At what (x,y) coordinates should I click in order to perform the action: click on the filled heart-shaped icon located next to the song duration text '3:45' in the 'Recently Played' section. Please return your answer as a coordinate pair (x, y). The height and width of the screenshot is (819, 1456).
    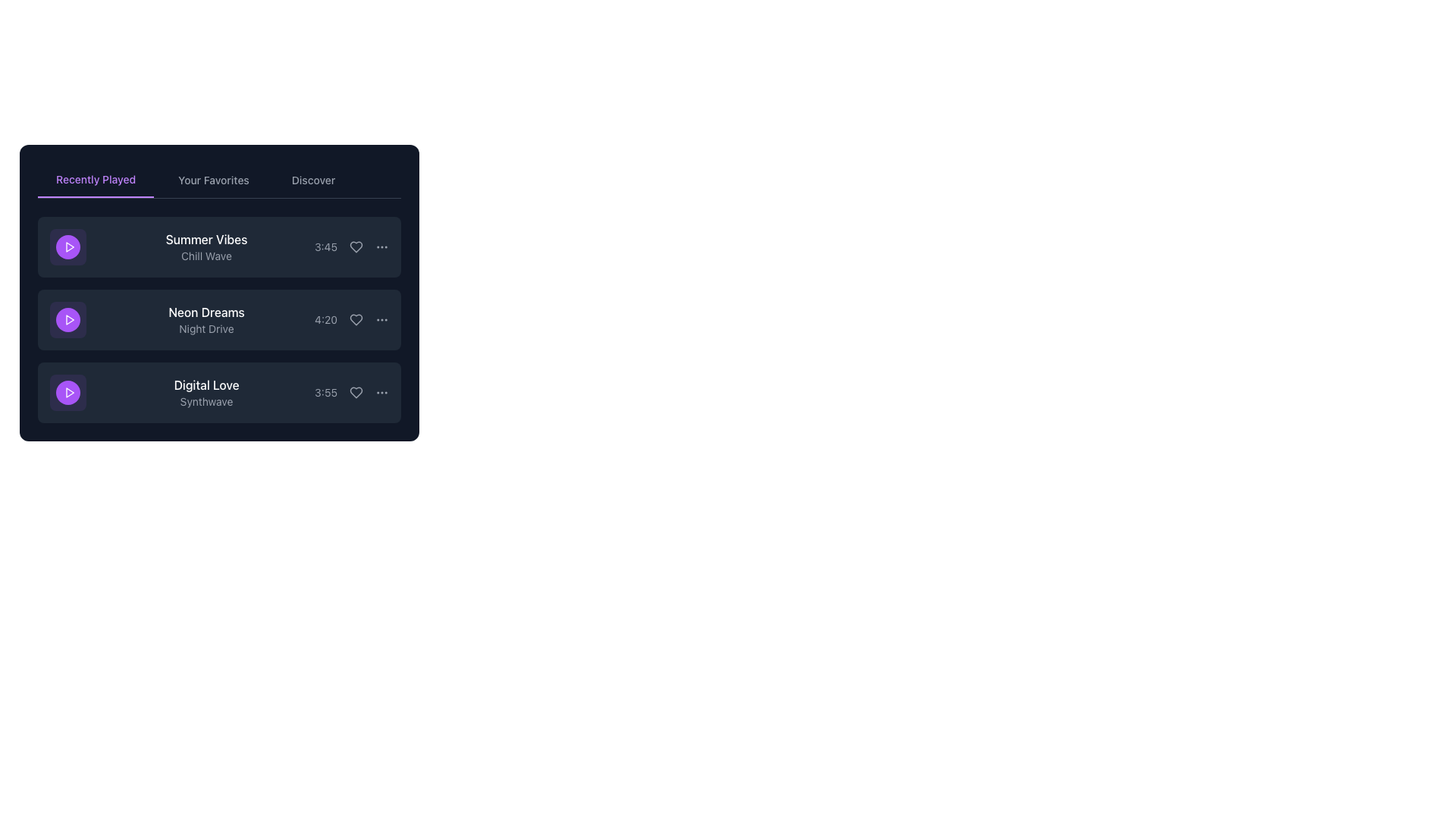
    Looking at the image, I should click on (356, 246).